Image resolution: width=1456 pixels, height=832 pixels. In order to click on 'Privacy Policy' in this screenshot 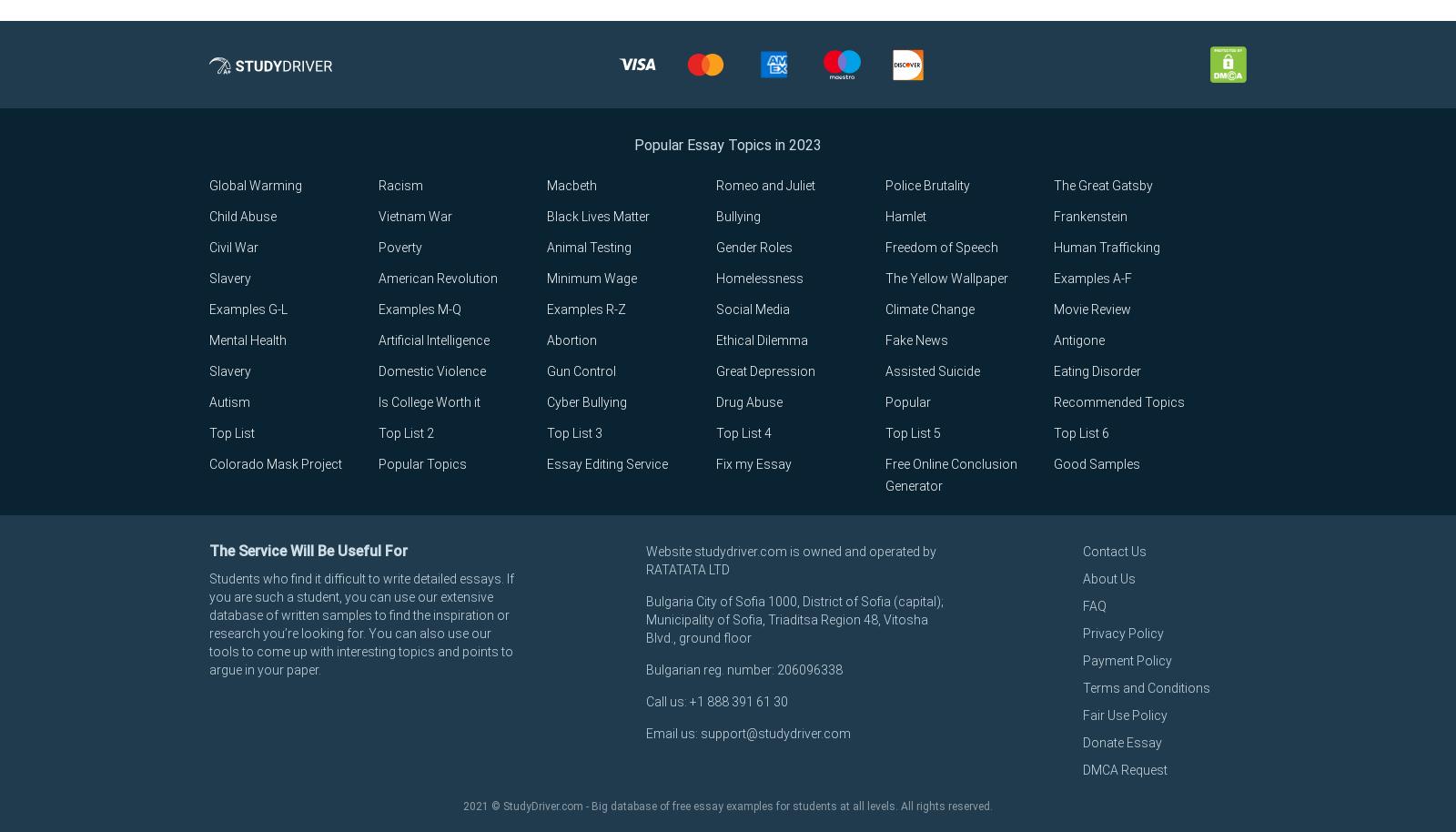, I will do `click(1083, 633)`.